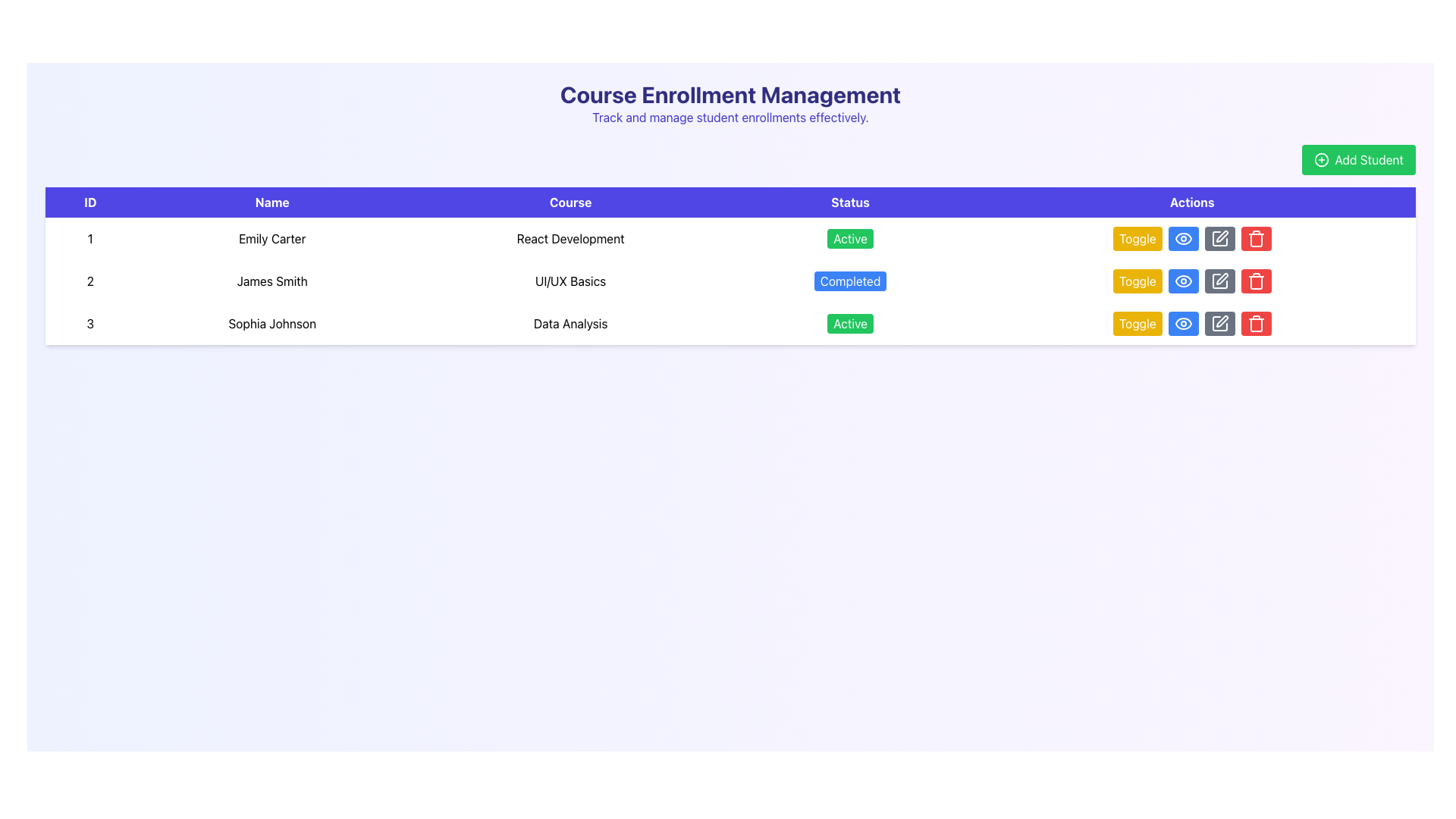 This screenshot has width=1456, height=819. What do you see at coordinates (89, 323) in the screenshot?
I see `the bold numeral '3' cell in the first column of the last row of the data table for selection` at bounding box center [89, 323].